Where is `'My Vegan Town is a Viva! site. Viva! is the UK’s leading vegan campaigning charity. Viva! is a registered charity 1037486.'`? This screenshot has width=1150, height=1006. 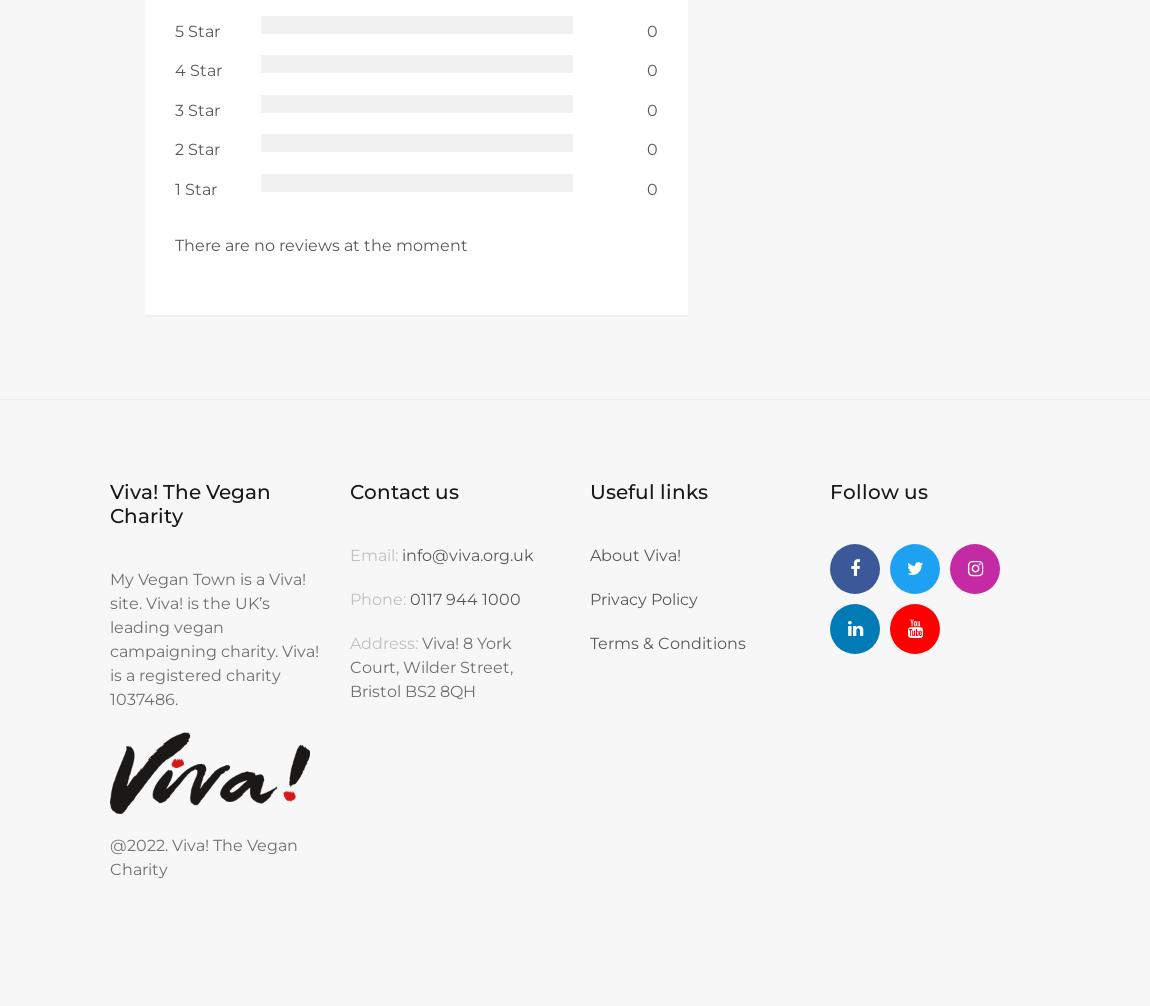
'My Vegan Town is a Viva! site. Viva! is the UK’s leading vegan campaigning charity. Viva! is a registered charity 1037486.' is located at coordinates (213, 639).